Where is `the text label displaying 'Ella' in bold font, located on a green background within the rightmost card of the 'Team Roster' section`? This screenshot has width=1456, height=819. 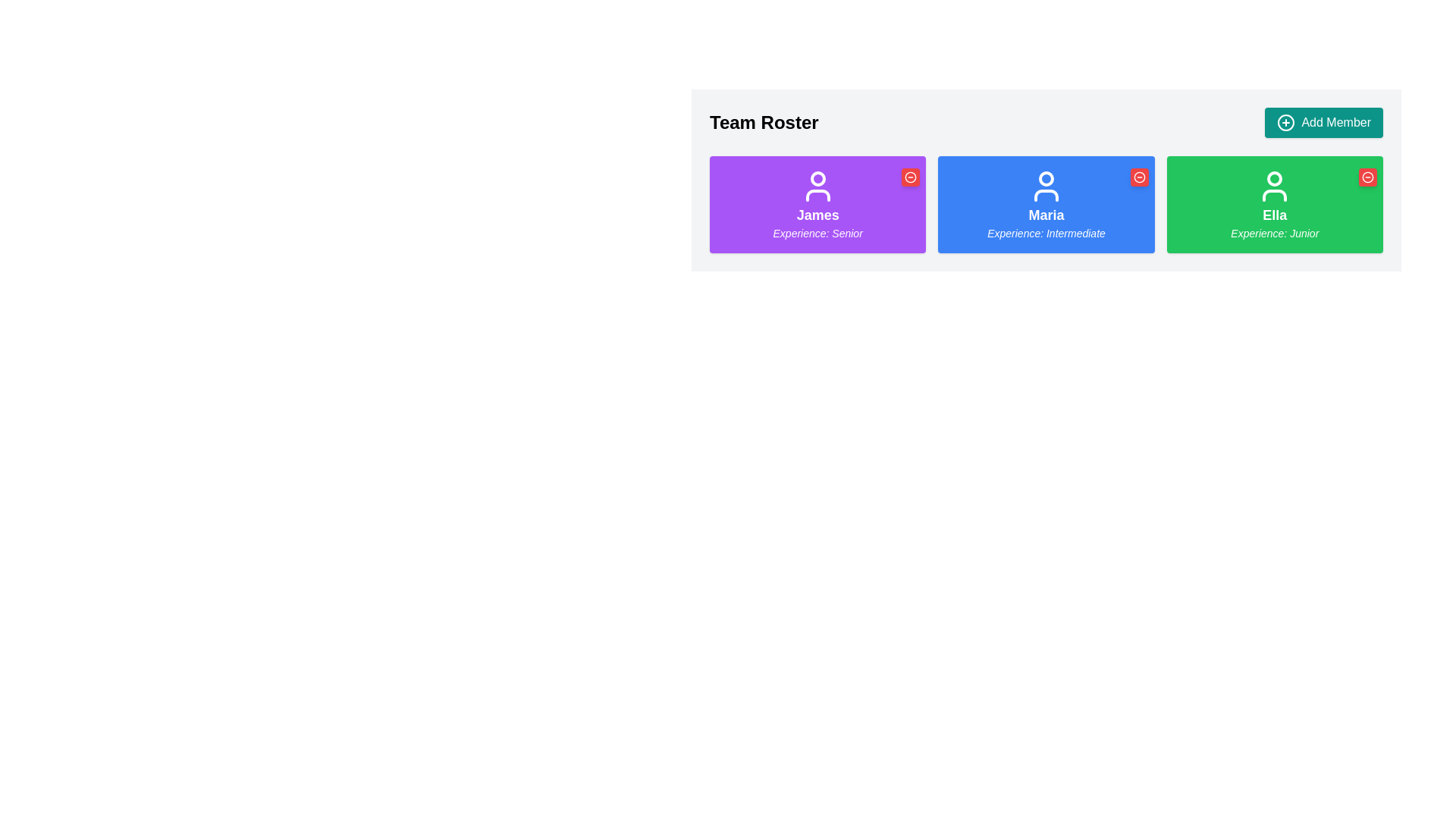 the text label displaying 'Ella' in bold font, located on a green background within the rightmost card of the 'Team Roster' section is located at coordinates (1274, 215).